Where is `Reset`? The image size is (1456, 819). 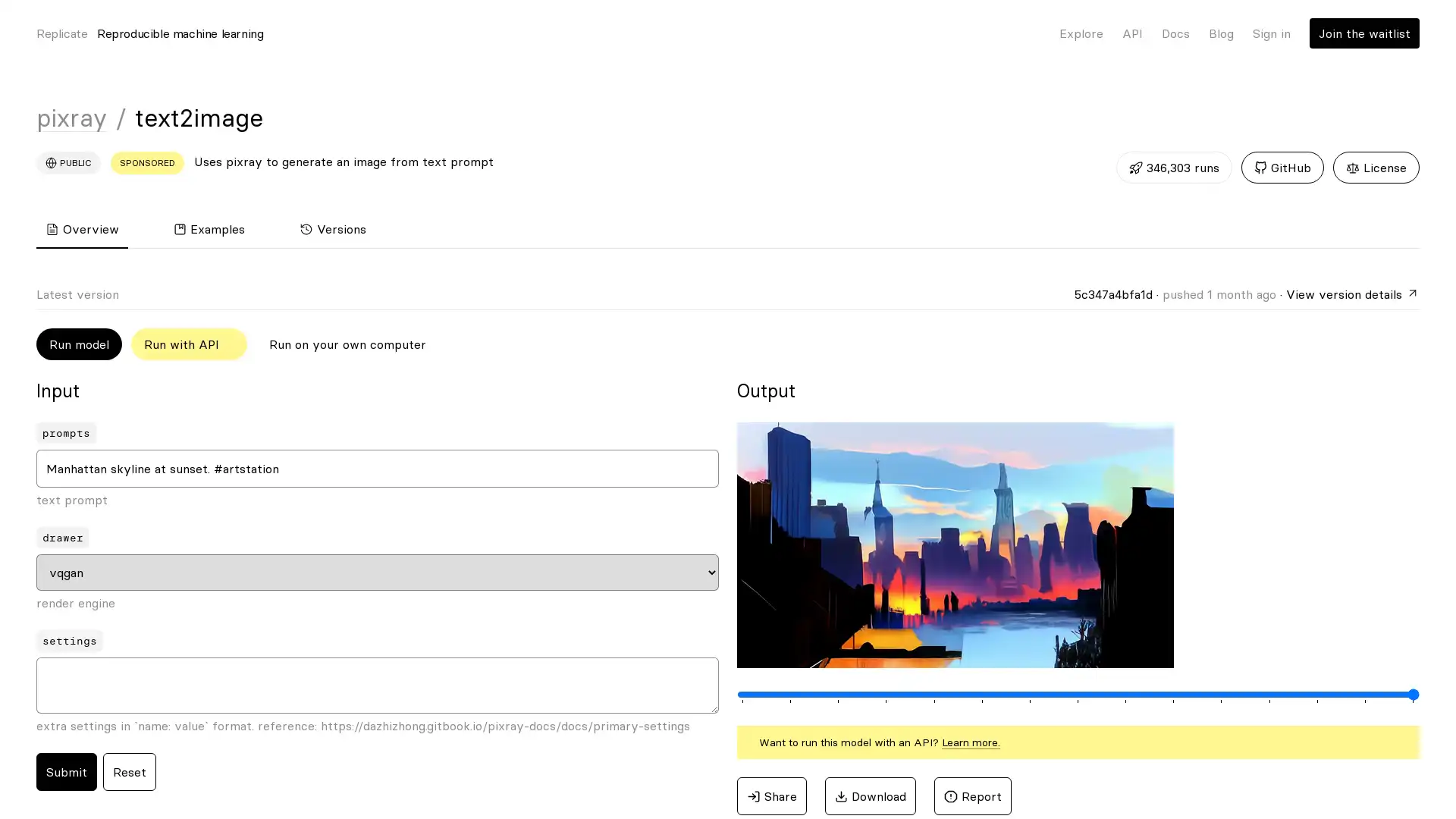 Reset is located at coordinates (130, 772).